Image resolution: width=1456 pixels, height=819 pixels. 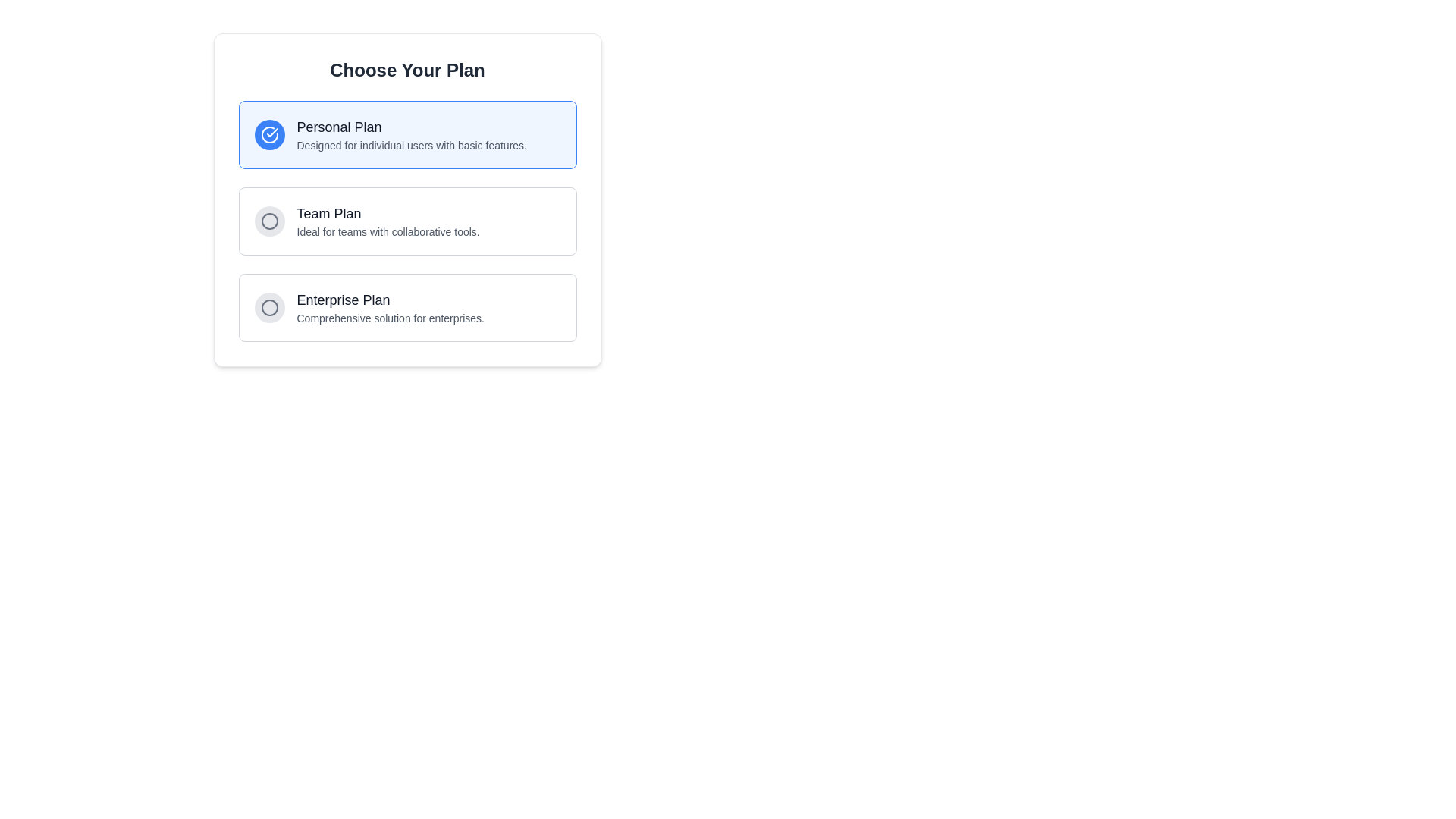 What do you see at coordinates (269, 221) in the screenshot?
I see `the circular grayscale graphical badge located centrally on the Team Plan option within the selection box` at bounding box center [269, 221].